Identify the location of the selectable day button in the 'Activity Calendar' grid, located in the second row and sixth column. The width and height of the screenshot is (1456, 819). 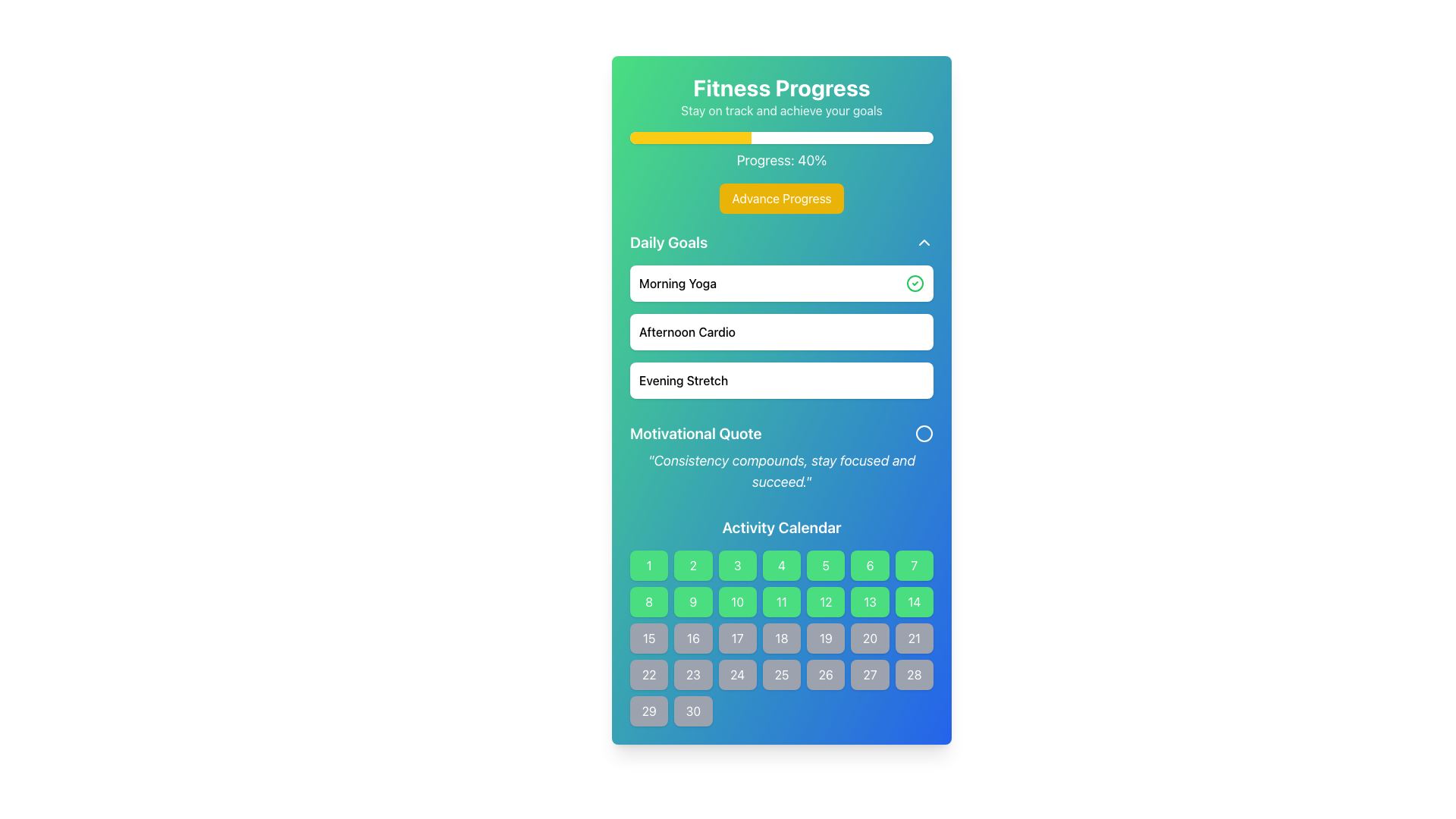
(870, 601).